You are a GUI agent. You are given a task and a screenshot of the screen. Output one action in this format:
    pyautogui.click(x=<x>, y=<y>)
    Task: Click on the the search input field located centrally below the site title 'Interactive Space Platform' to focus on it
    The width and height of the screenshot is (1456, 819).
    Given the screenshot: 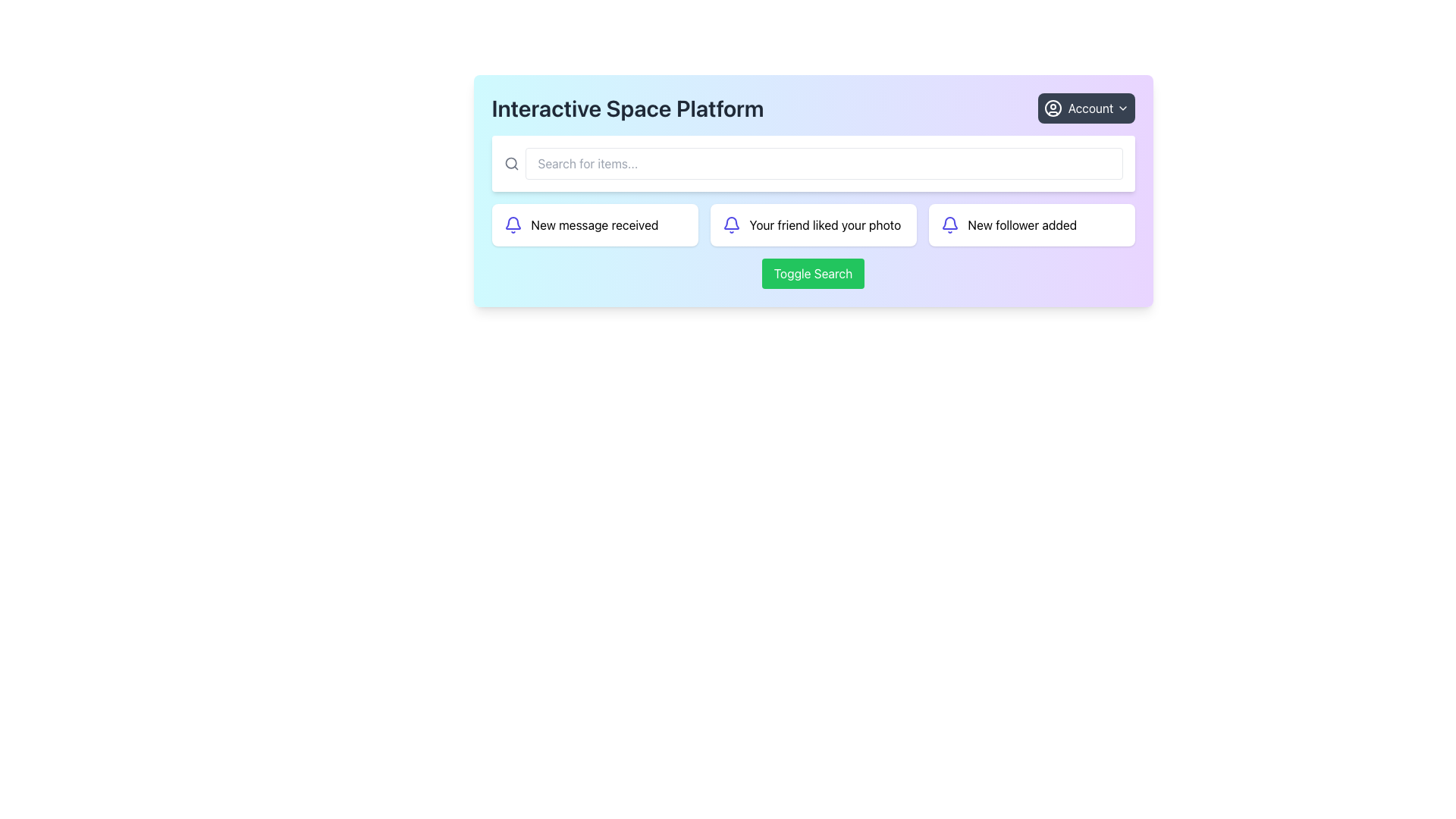 What is the action you would take?
    pyautogui.click(x=812, y=164)
    